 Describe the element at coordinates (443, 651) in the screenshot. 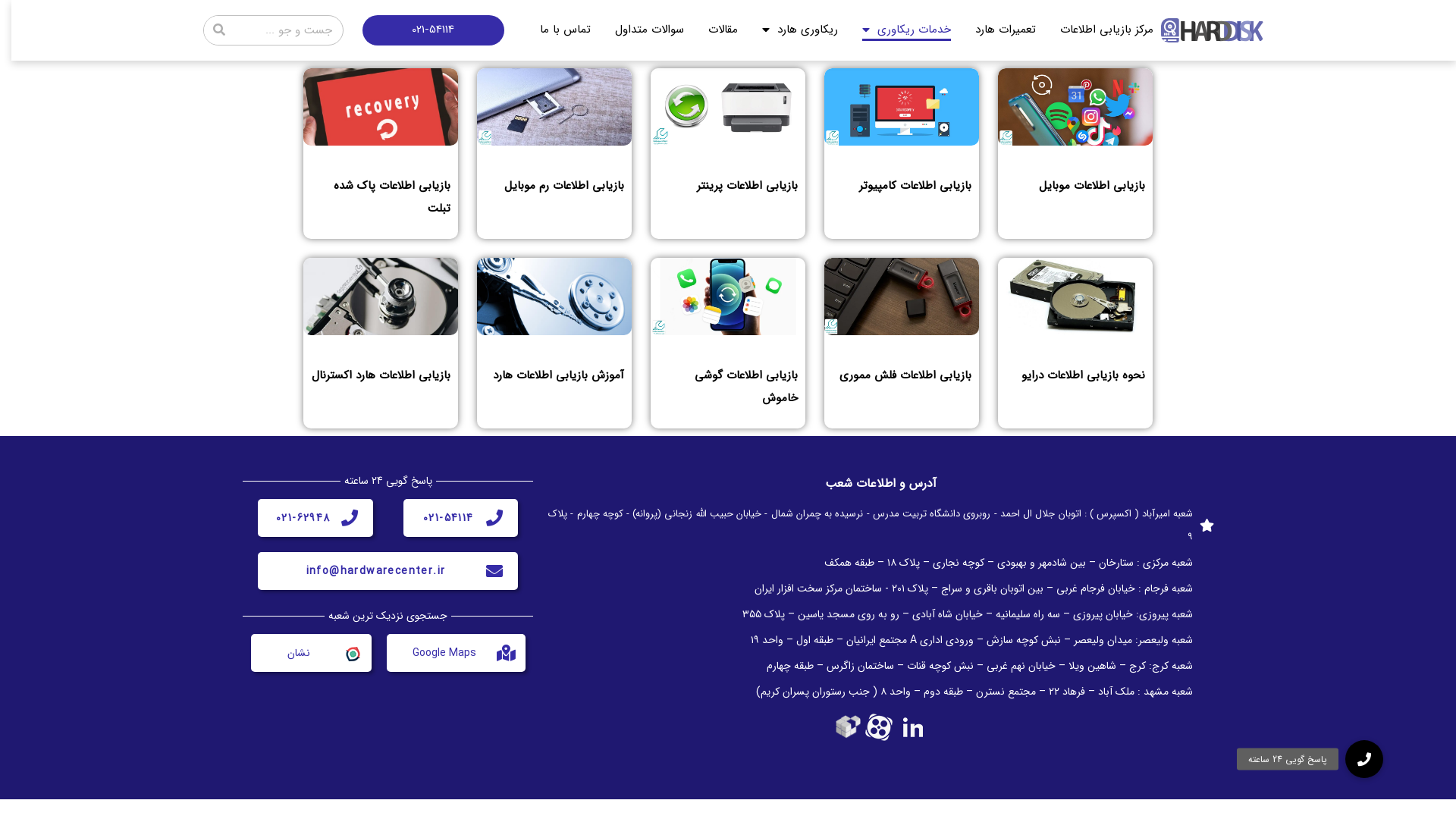

I see `'Google Maps'` at that location.